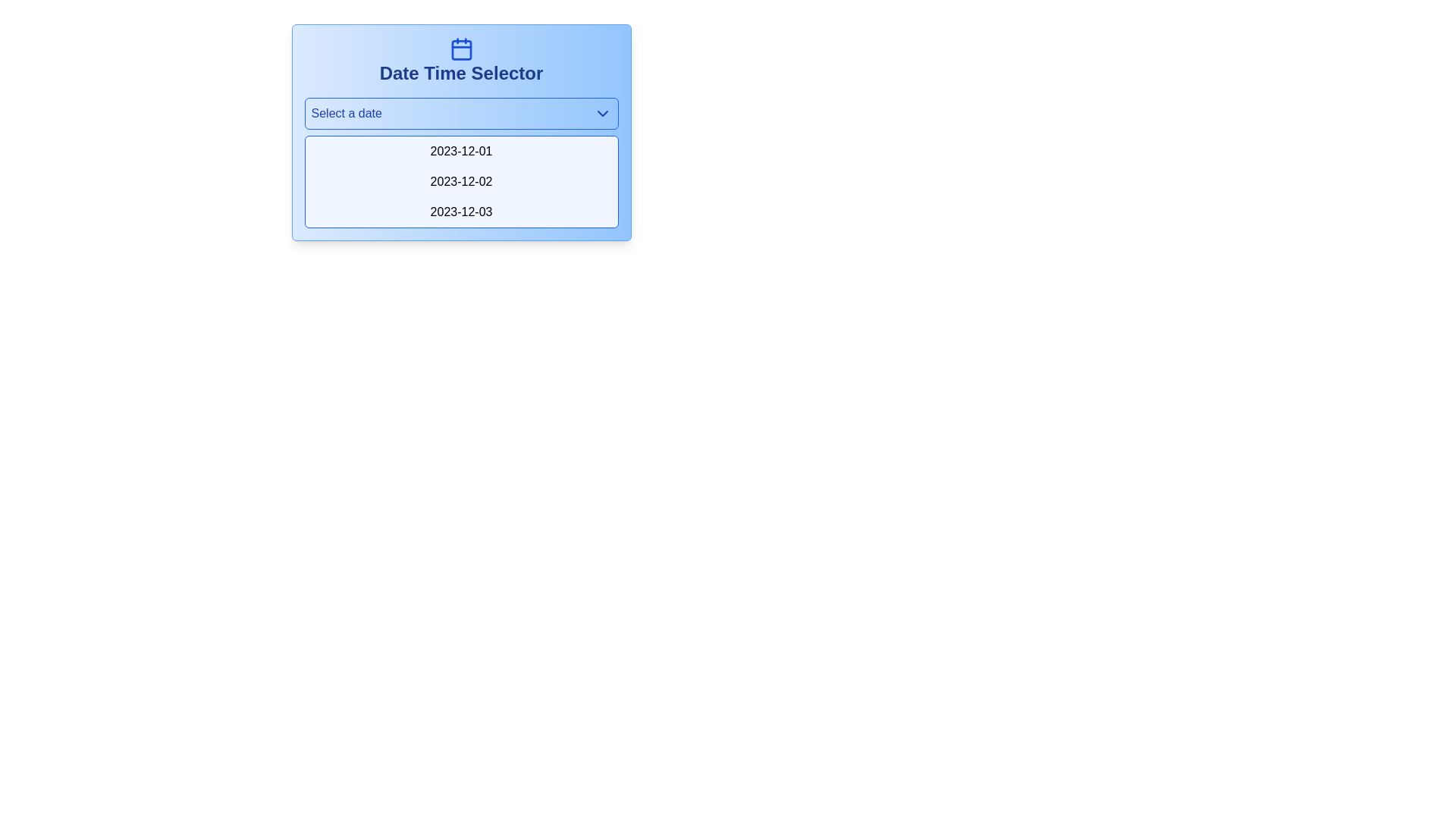 Image resolution: width=1456 pixels, height=819 pixels. Describe the element at coordinates (601, 113) in the screenshot. I see `the chevron icon inside the 'Select a date' button, which indicates dropdown functionality for expanding or collapsing the date picker menu` at that location.